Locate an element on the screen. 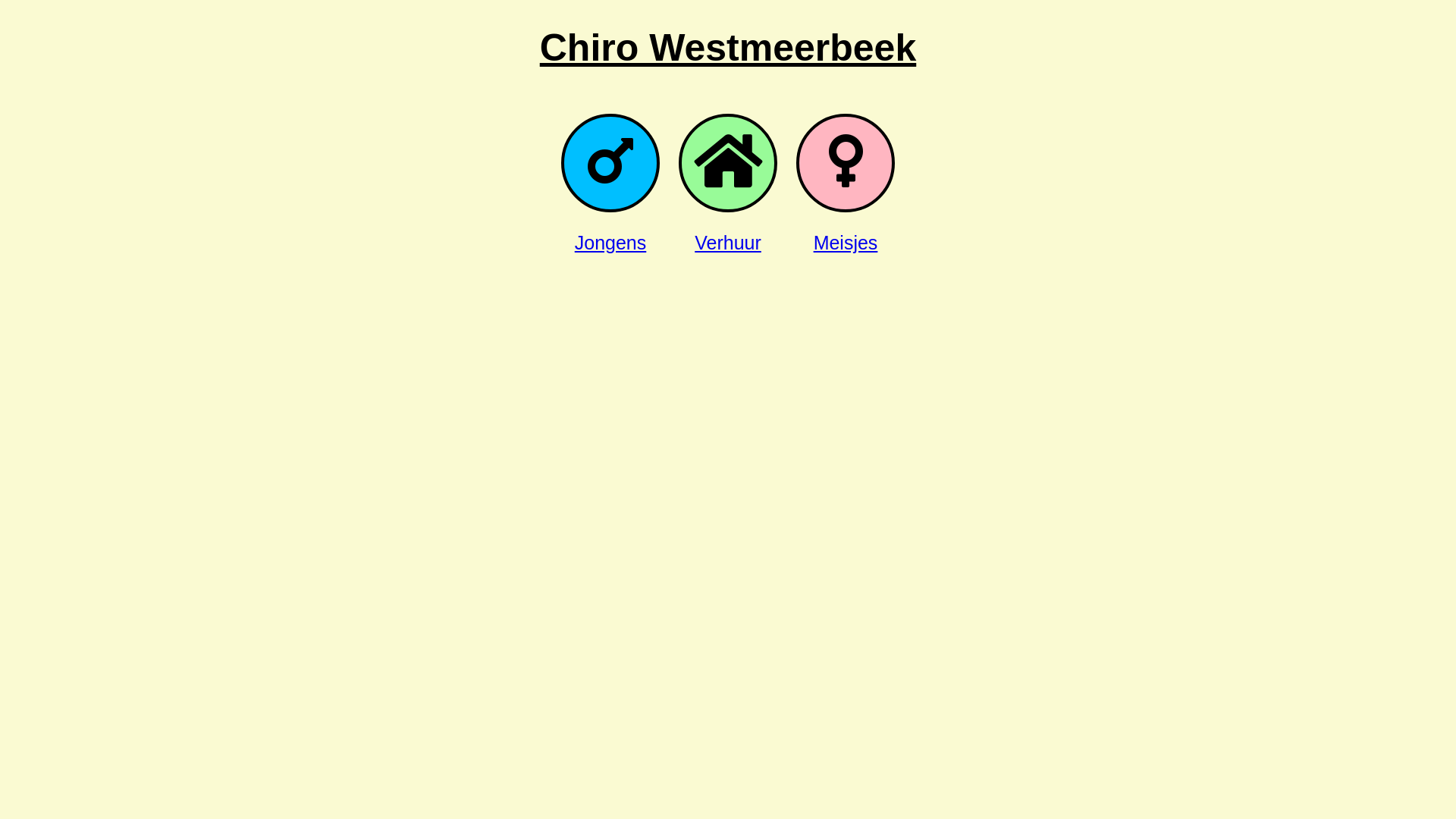  'Jongens' is located at coordinates (574, 242).